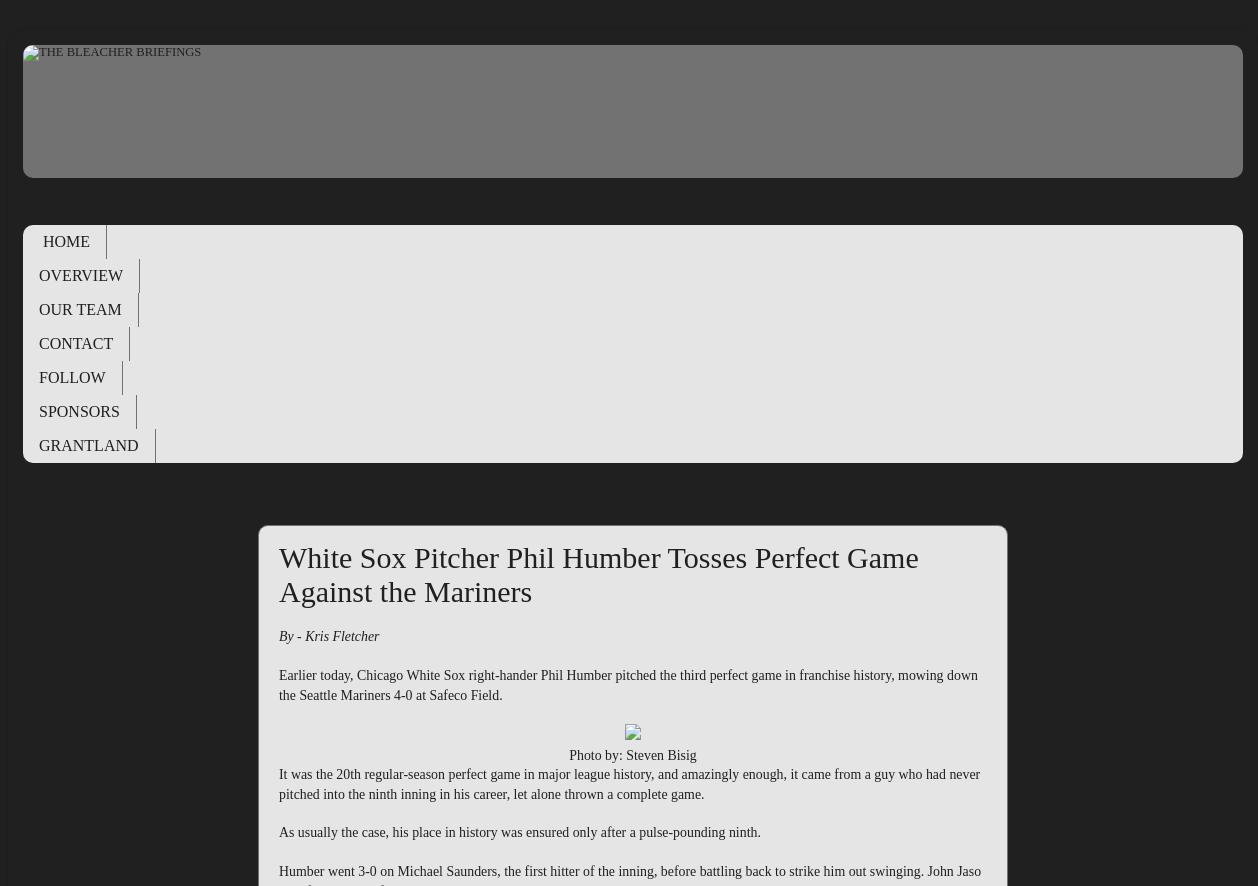 The image size is (1258, 886). I want to click on 'CONTACT', so click(75, 341).